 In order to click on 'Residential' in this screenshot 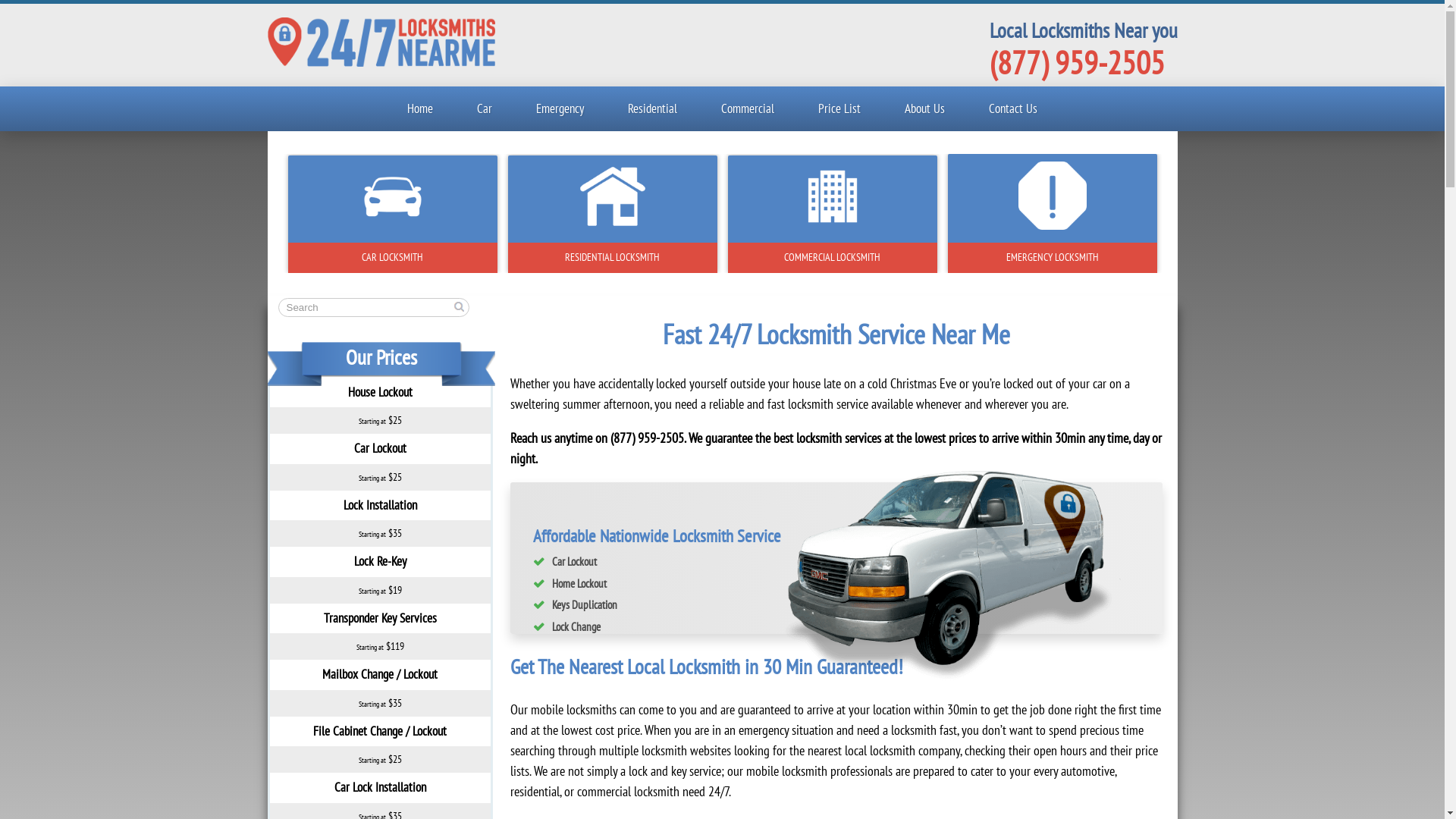, I will do `click(652, 108)`.